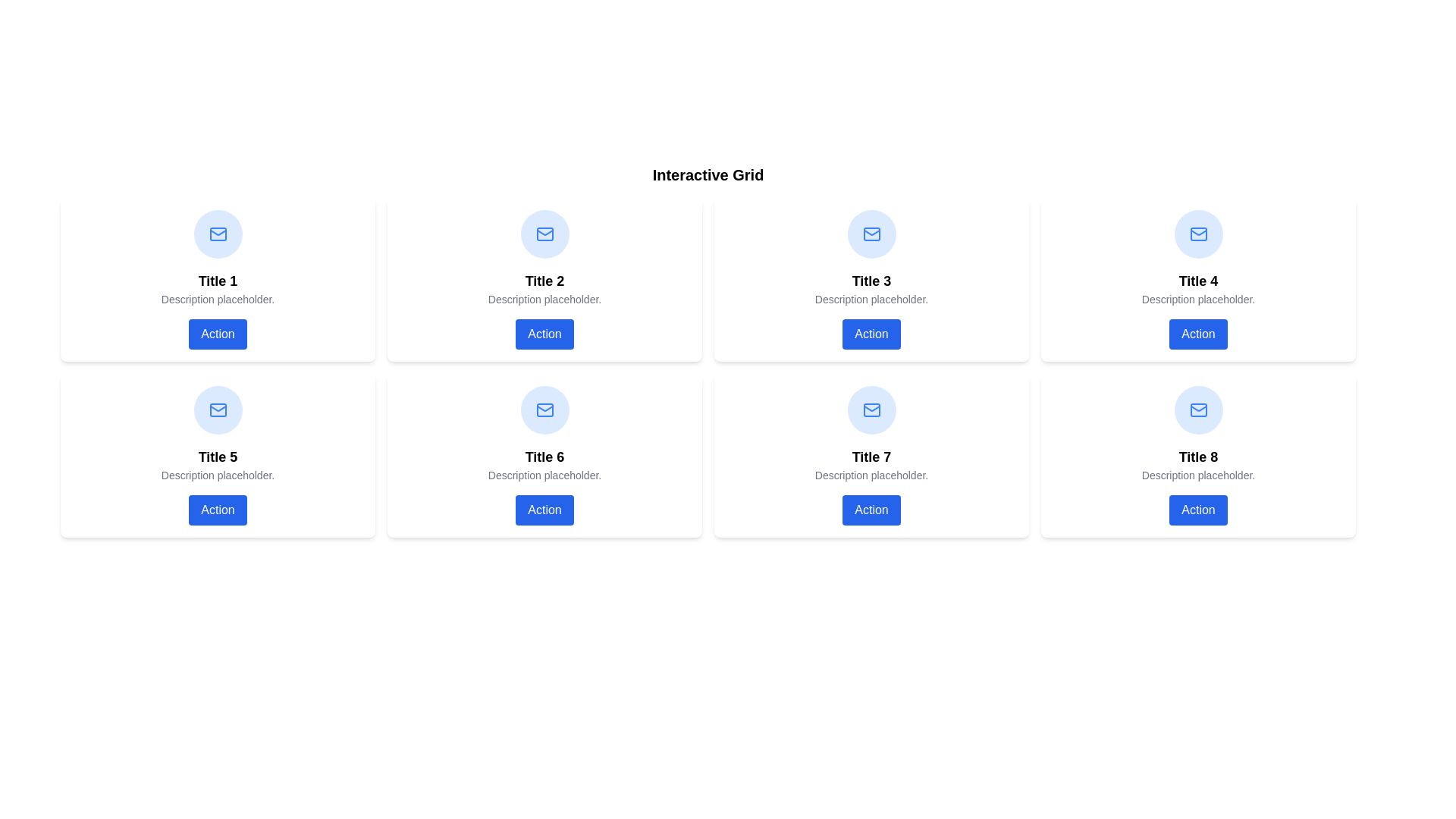 This screenshot has height=819, width=1456. Describe the element at coordinates (871, 409) in the screenshot. I see `the Decorative Icon located in the second row, third column of the grid, which represents a messaging or email-related function` at that location.